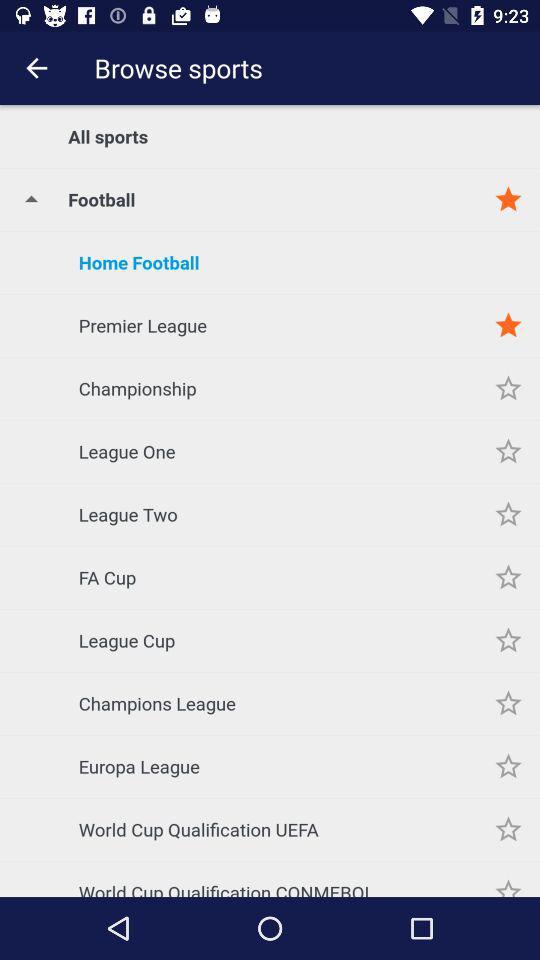 This screenshot has height=960, width=540. What do you see at coordinates (508, 325) in the screenshot?
I see `mark premier league as favorite` at bounding box center [508, 325].